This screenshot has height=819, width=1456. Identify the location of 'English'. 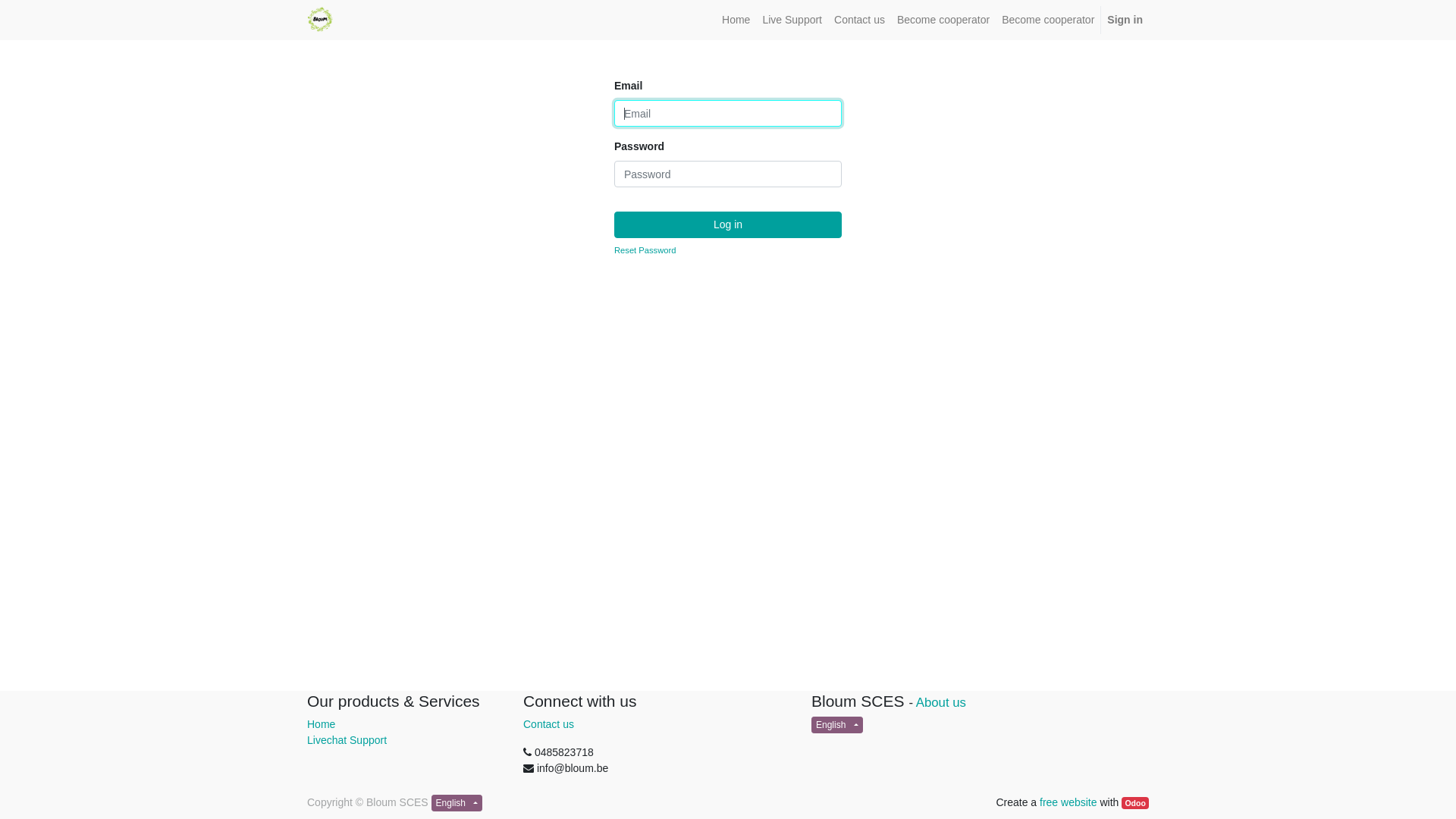
(457, 802).